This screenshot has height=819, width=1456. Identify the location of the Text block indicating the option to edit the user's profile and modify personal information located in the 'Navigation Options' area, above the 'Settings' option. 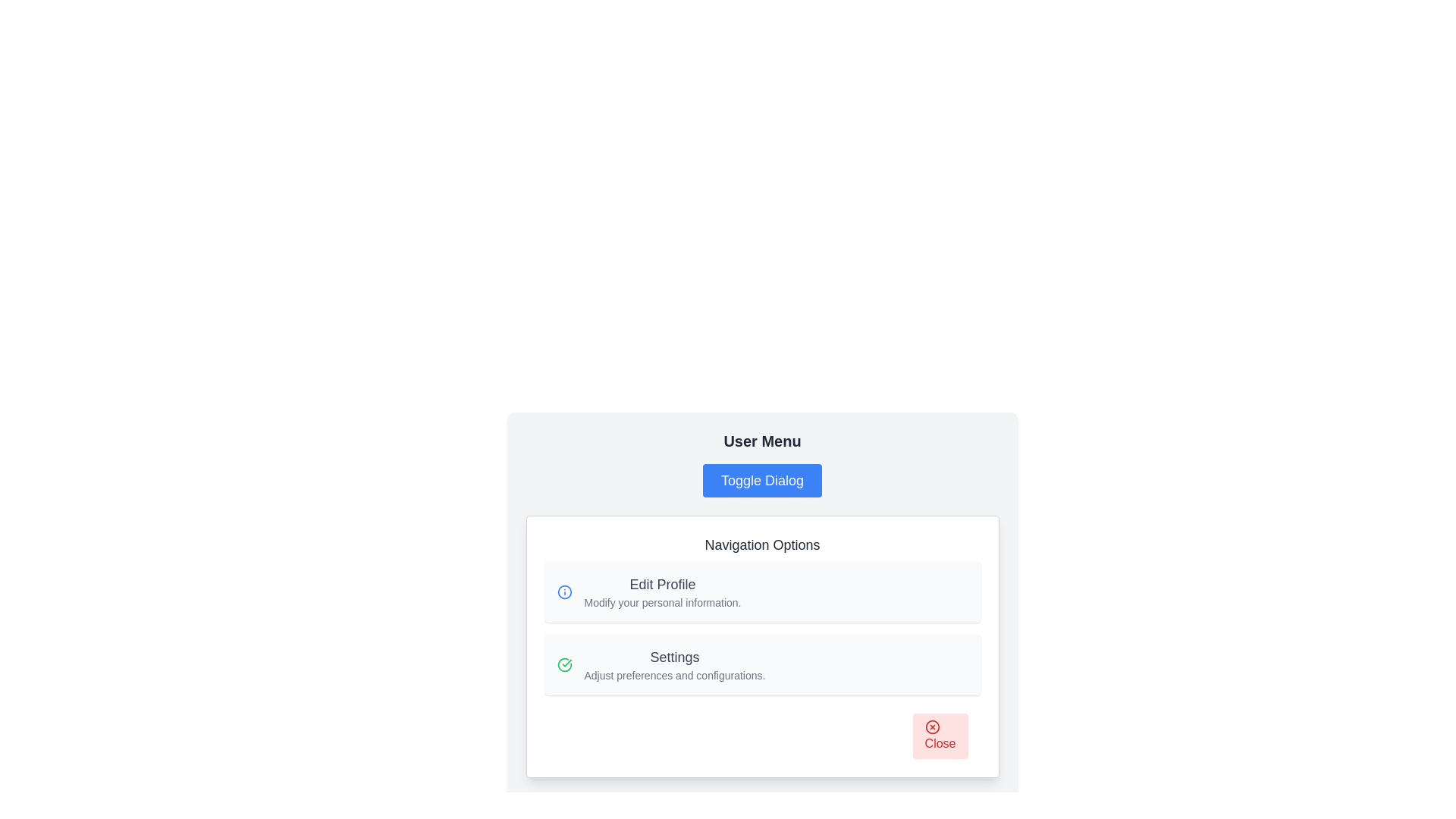
(662, 591).